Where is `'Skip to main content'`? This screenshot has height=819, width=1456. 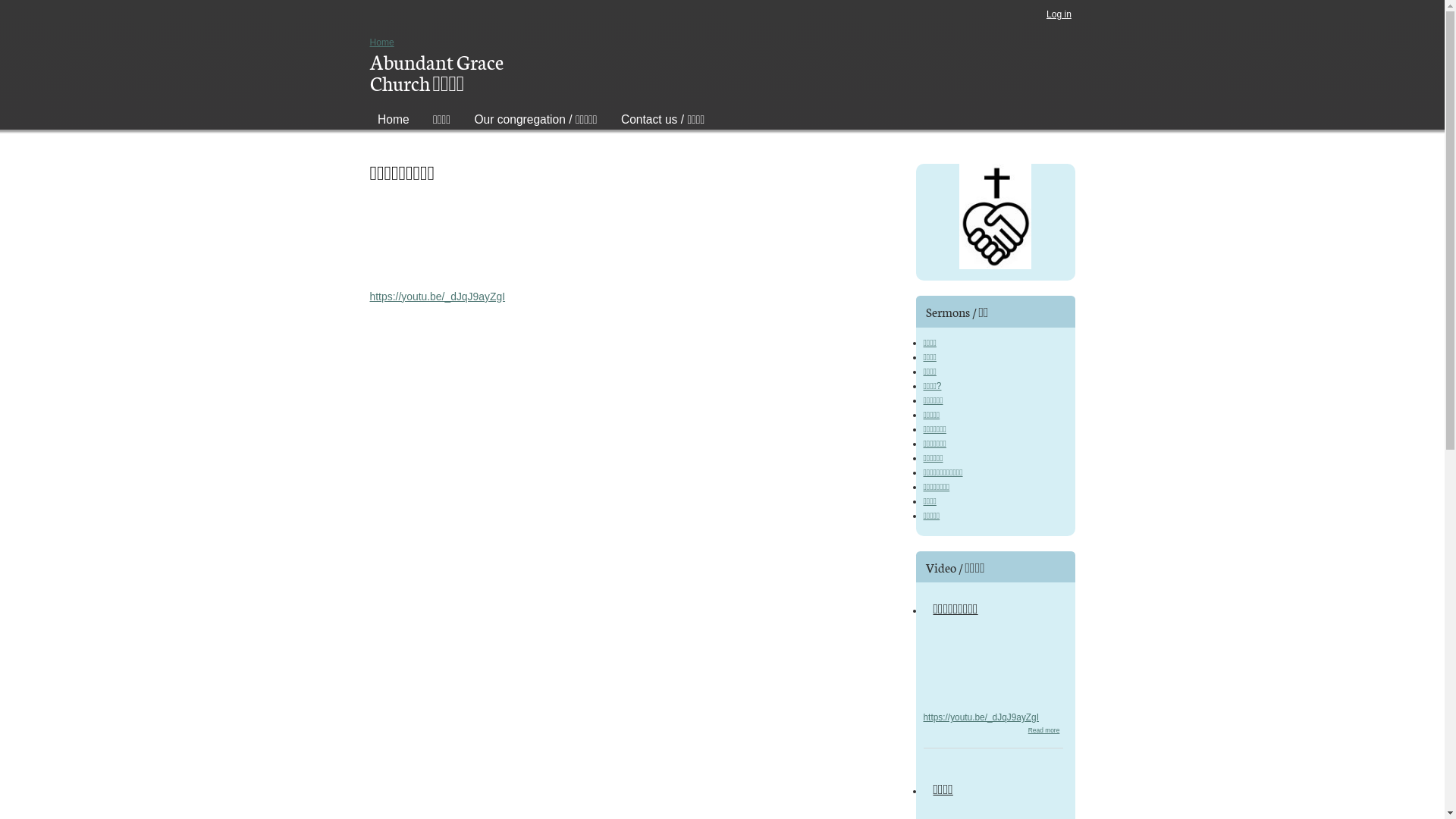
'Skip to main content' is located at coordinates (721, 2).